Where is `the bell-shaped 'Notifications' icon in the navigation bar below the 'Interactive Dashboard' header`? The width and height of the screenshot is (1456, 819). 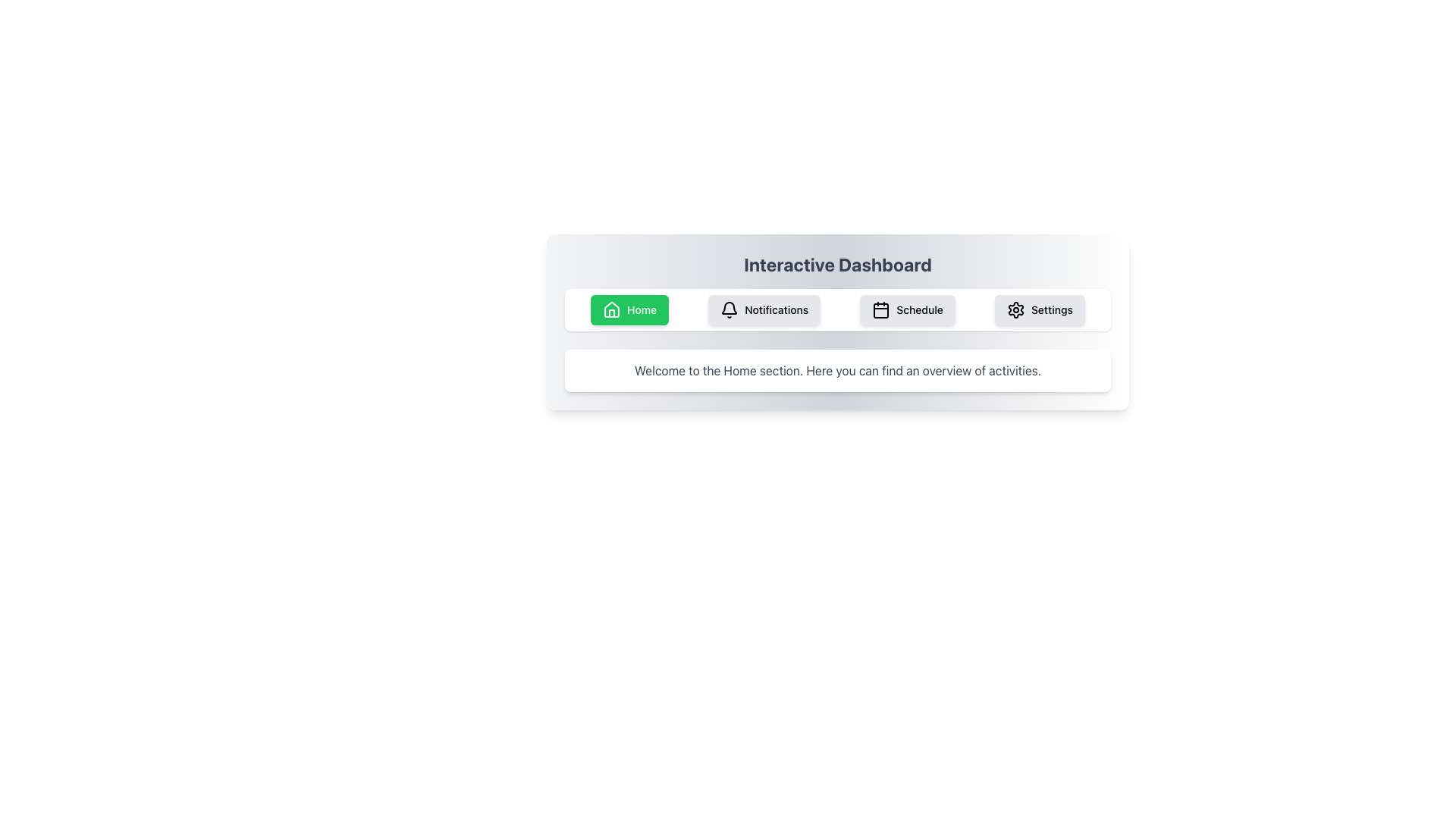 the bell-shaped 'Notifications' icon in the navigation bar below the 'Interactive Dashboard' header is located at coordinates (730, 307).